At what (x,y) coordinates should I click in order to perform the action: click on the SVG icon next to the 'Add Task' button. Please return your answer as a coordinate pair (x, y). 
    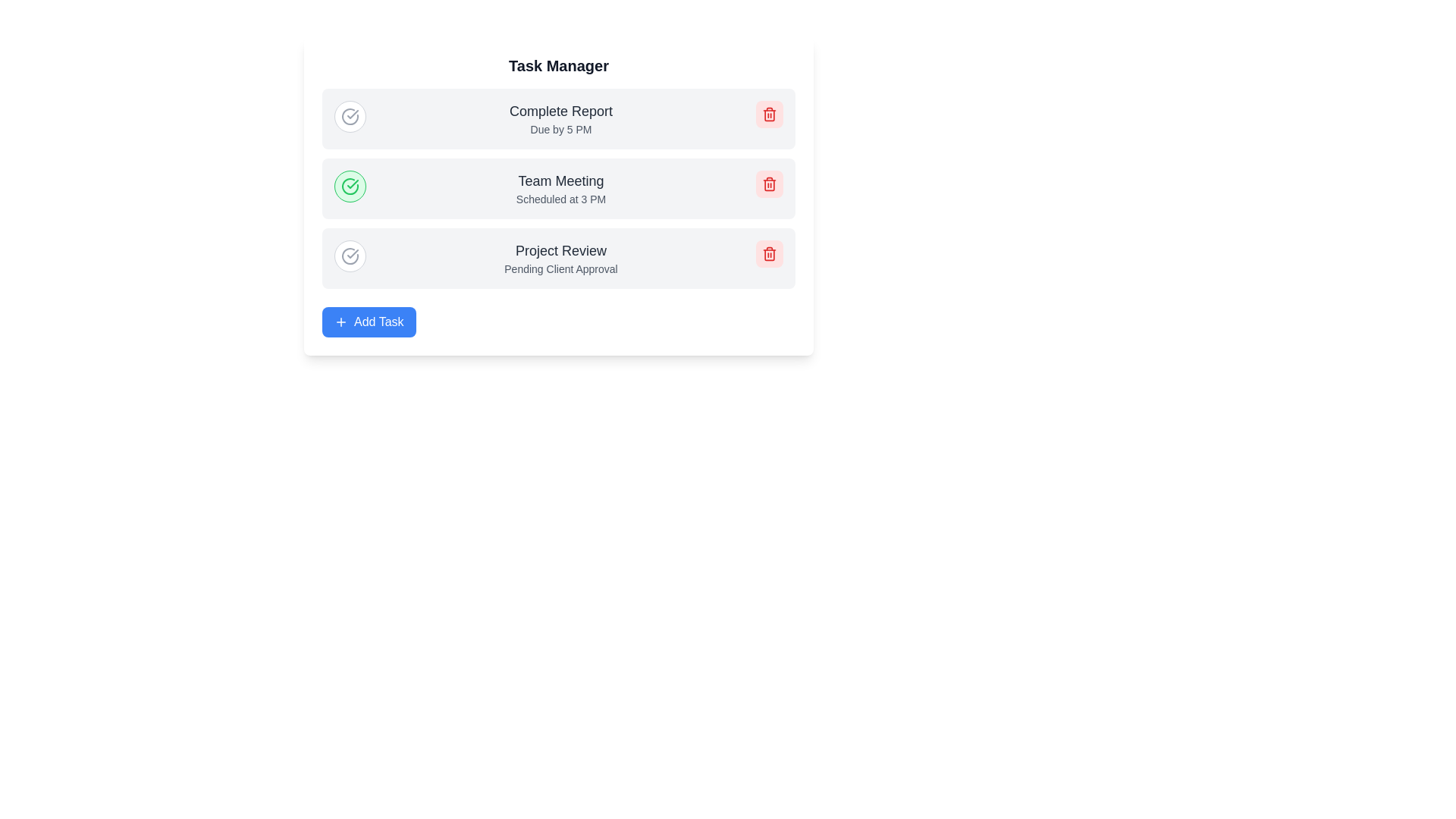
    Looking at the image, I should click on (340, 321).